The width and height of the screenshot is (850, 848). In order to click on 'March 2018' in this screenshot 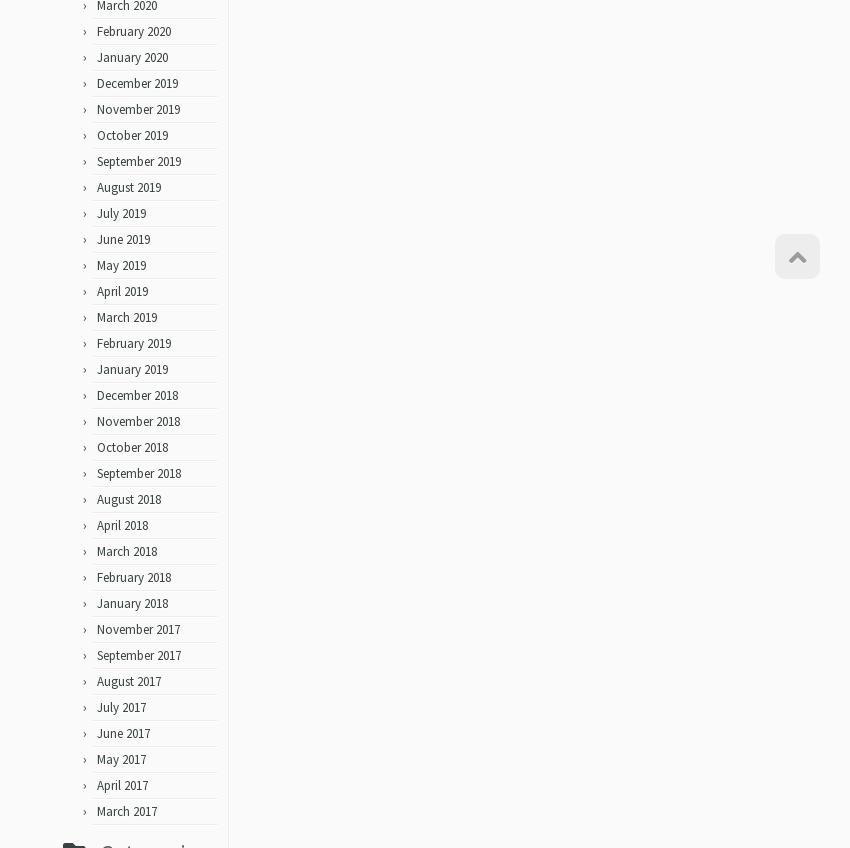, I will do `click(95, 557)`.